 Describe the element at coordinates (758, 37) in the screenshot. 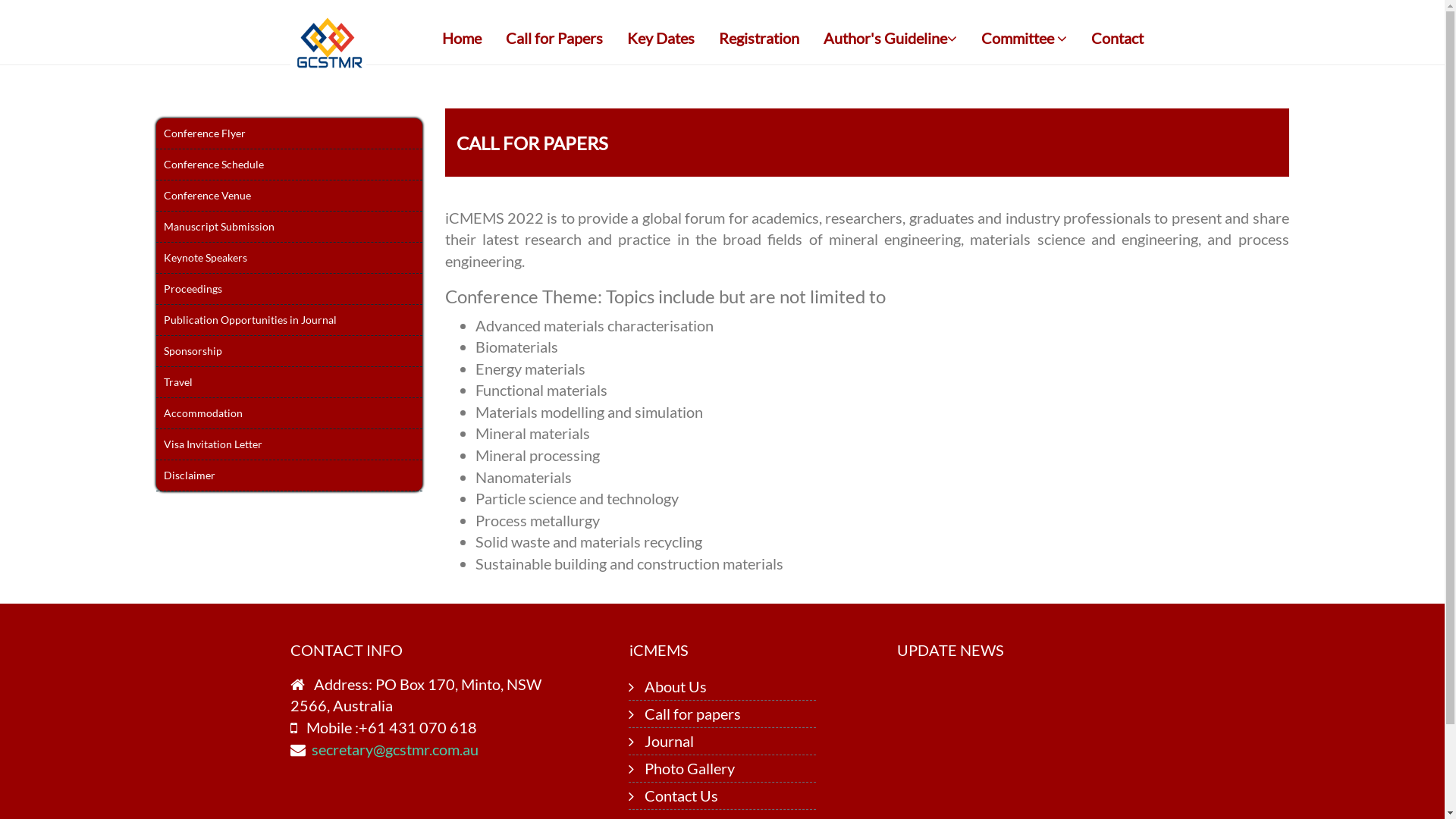

I see `'Registration'` at that location.